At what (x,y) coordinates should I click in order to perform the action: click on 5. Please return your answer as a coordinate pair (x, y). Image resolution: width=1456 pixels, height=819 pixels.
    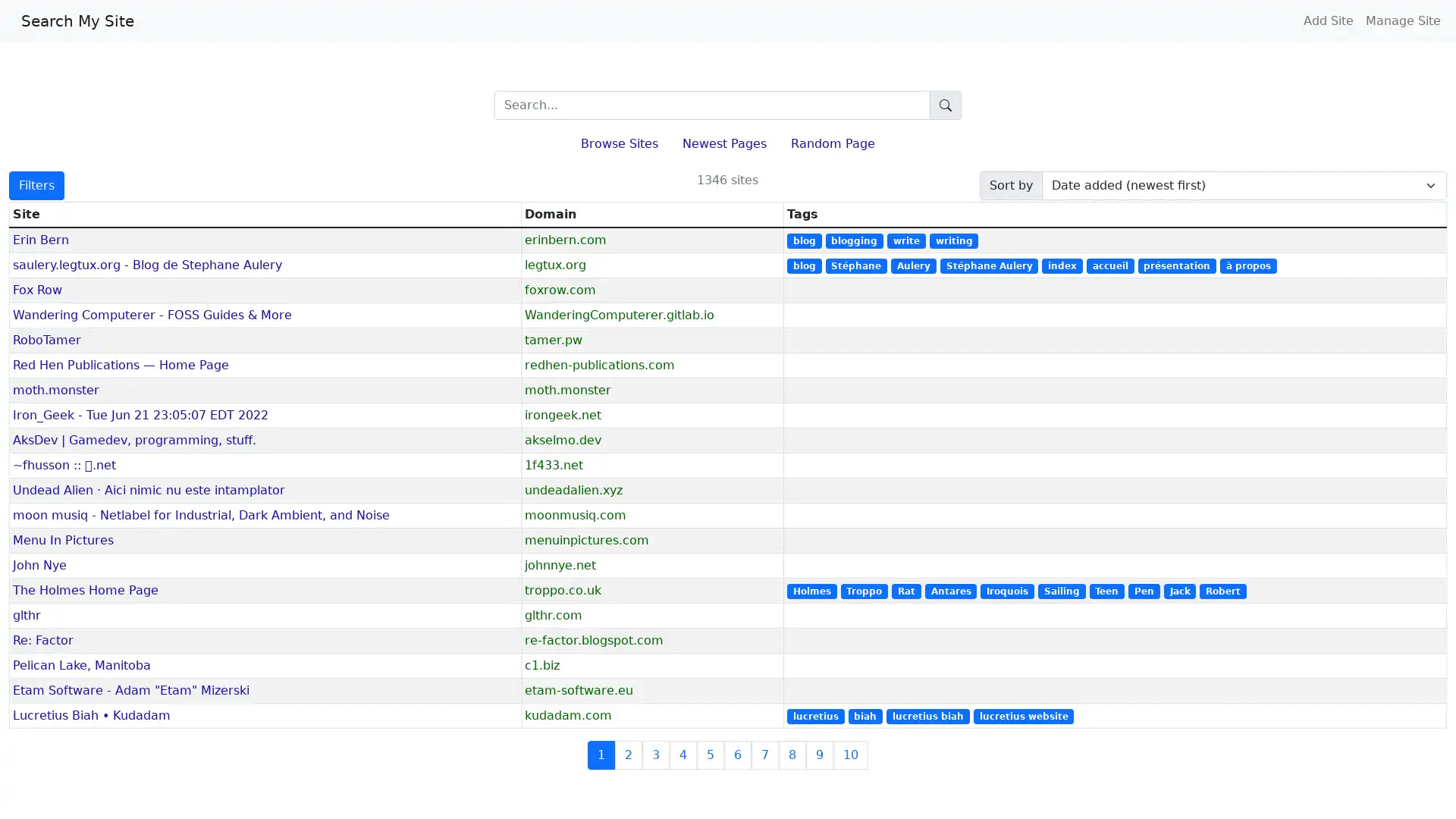
    Looking at the image, I should click on (709, 755).